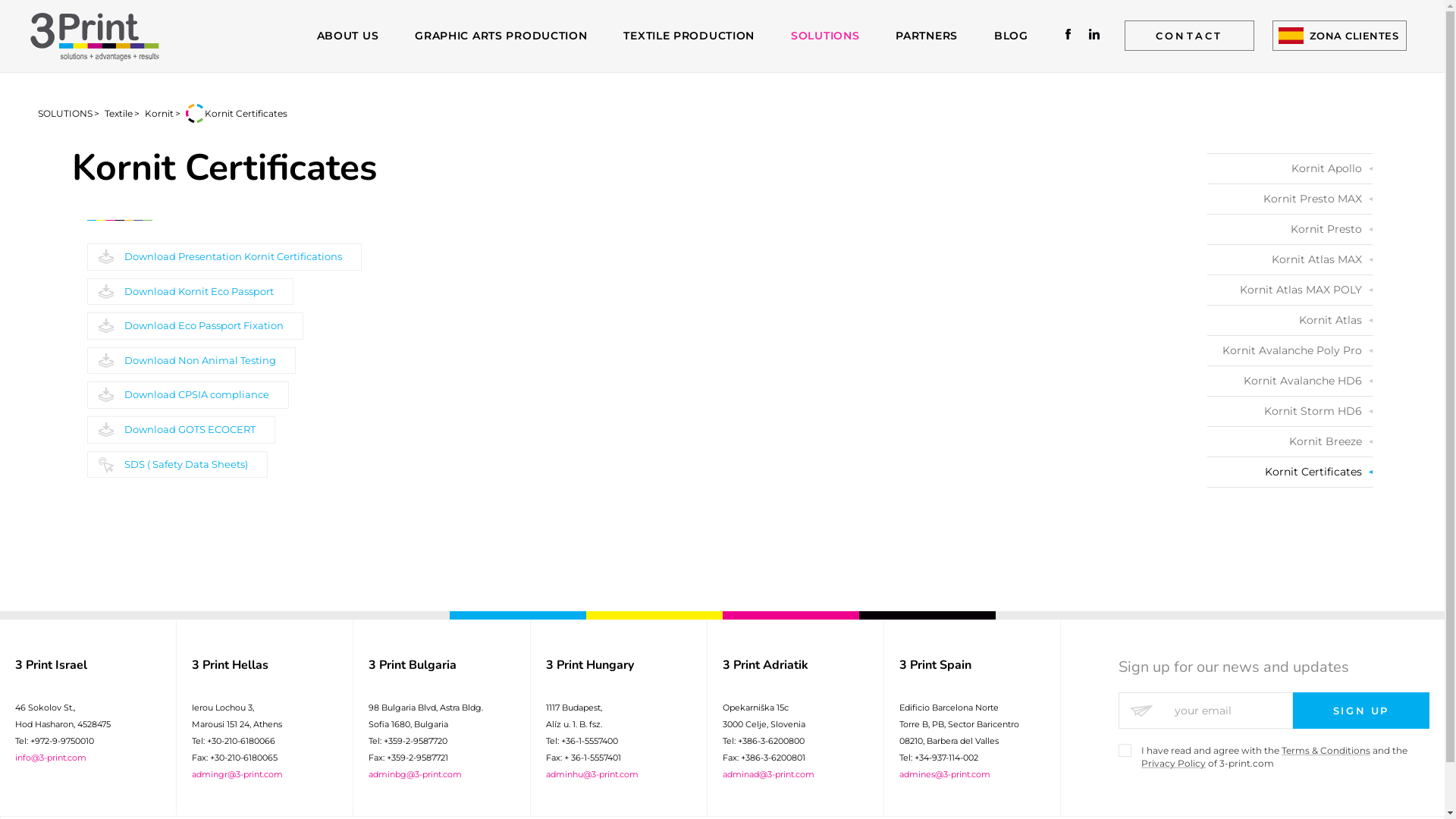 The height and width of the screenshot is (819, 1456). Describe the element at coordinates (1068, 34) in the screenshot. I see `'Join us on Facebook'` at that location.